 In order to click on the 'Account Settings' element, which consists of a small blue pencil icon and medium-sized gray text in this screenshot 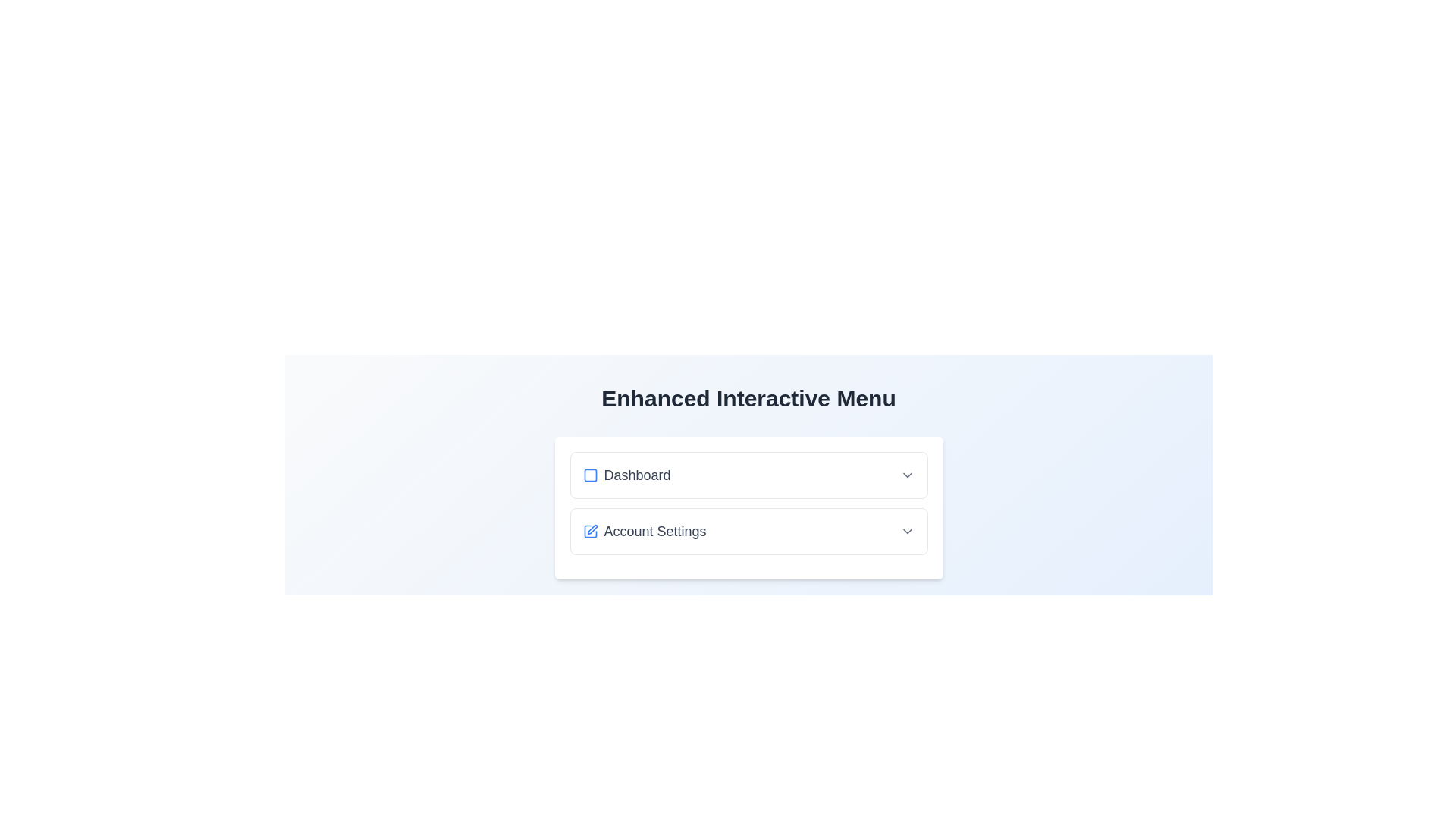, I will do `click(644, 531)`.